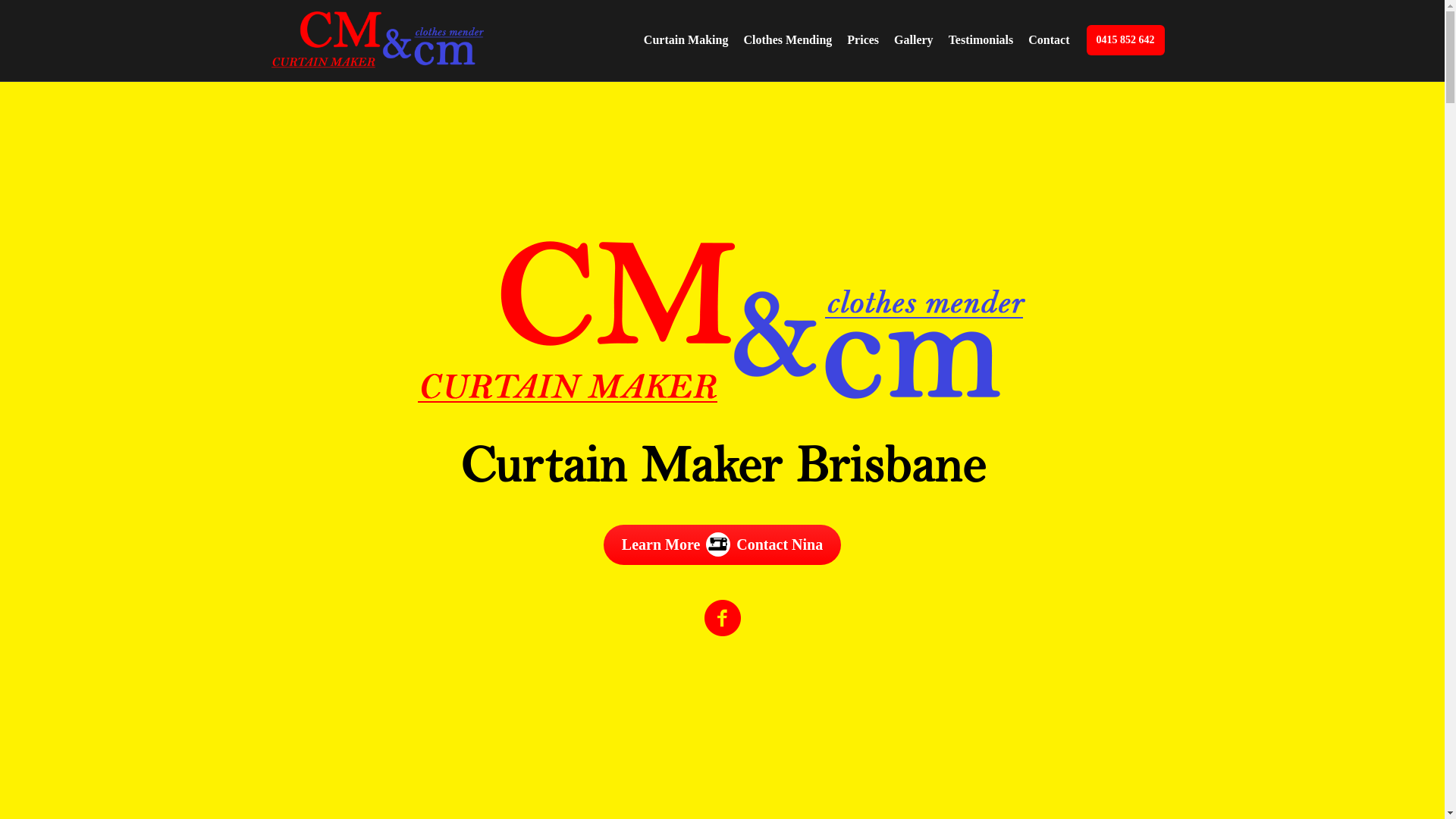  I want to click on 'Contact Nina', so click(779, 544).